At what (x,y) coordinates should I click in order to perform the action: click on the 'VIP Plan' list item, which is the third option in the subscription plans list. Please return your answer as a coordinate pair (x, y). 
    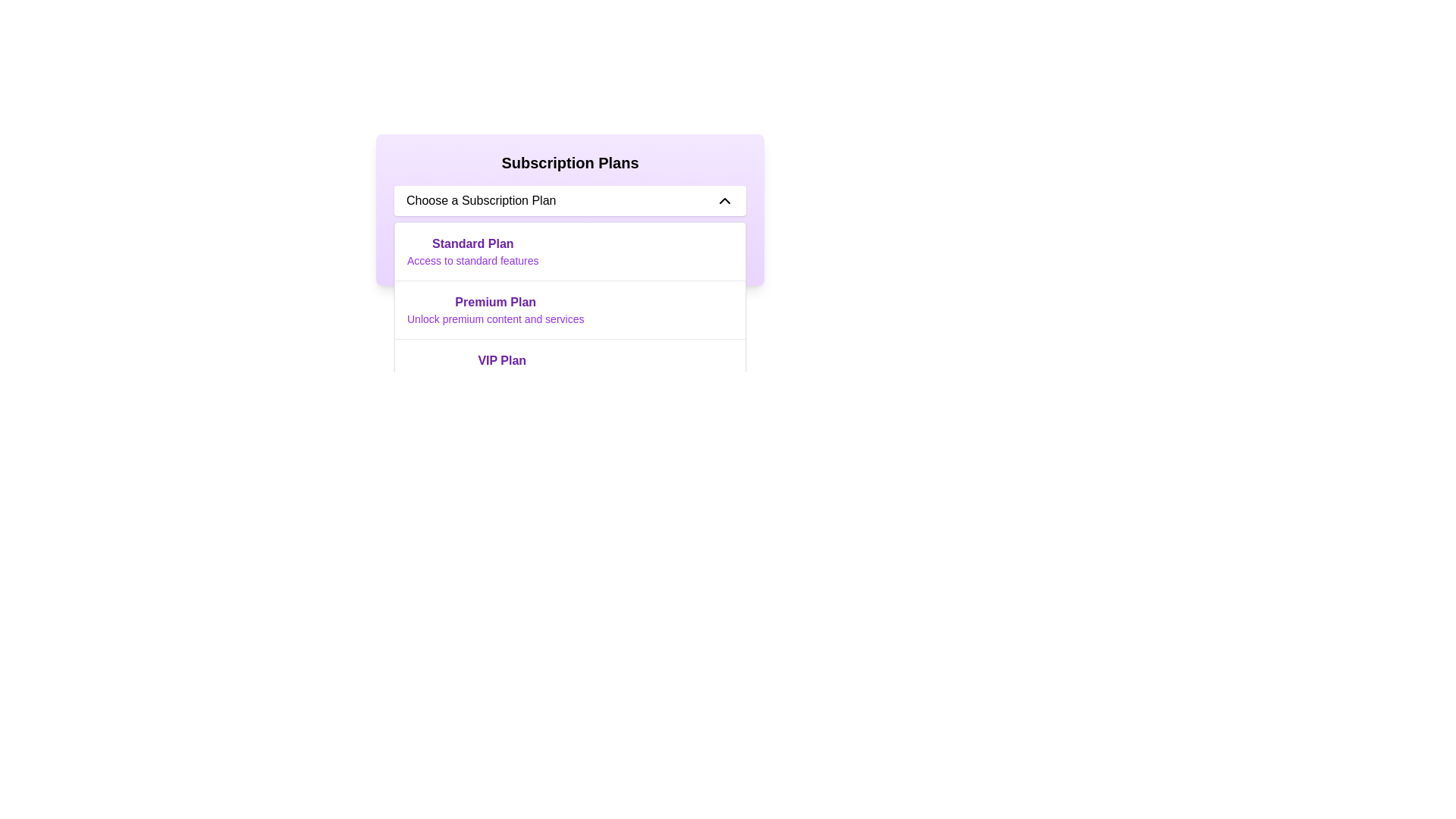
    Looking at the image, I should click on (502, 369).